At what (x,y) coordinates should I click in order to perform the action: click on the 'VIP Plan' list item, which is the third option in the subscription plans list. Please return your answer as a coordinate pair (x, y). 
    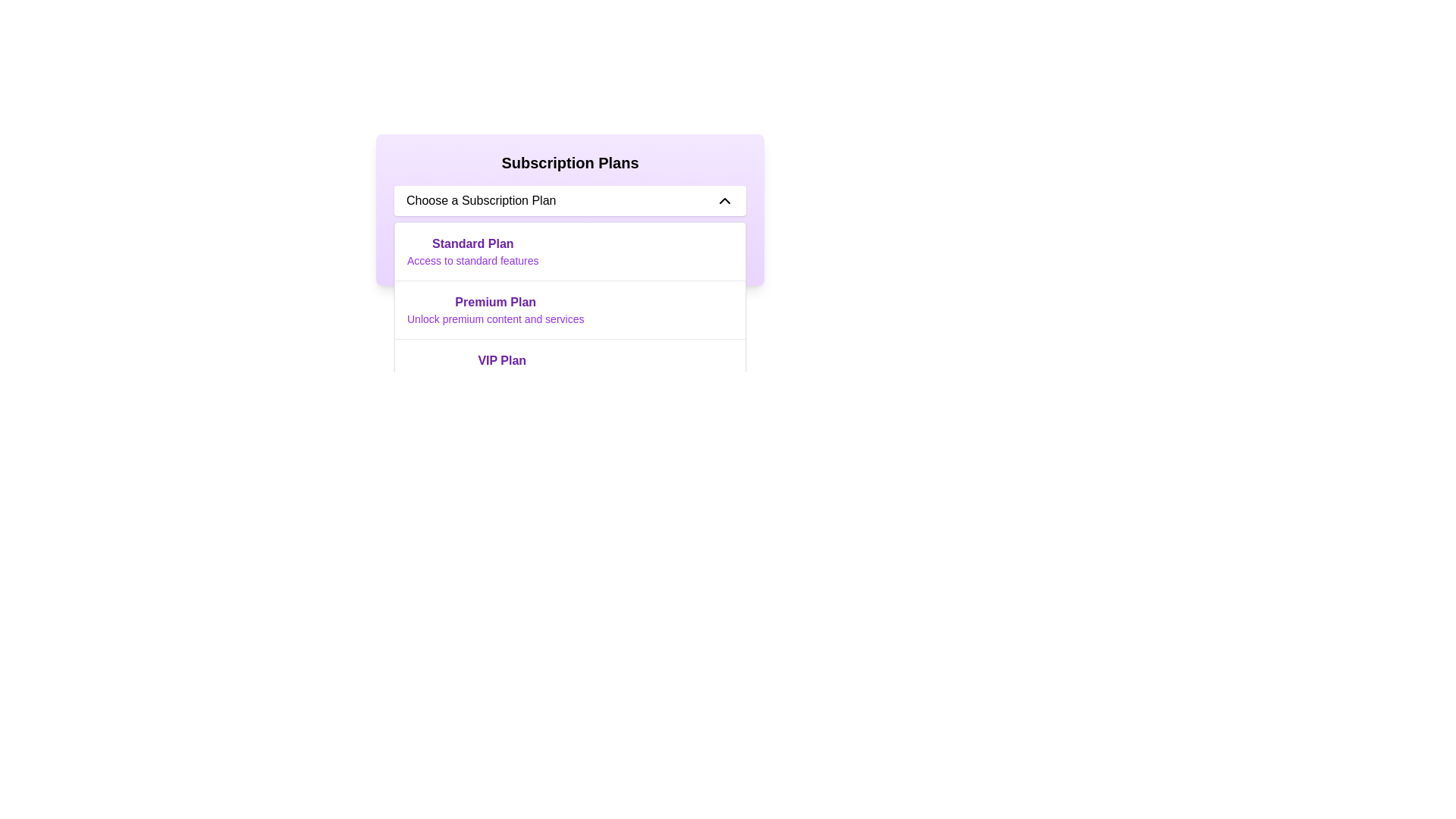
    Looking at the image, I should click on (502, 369).